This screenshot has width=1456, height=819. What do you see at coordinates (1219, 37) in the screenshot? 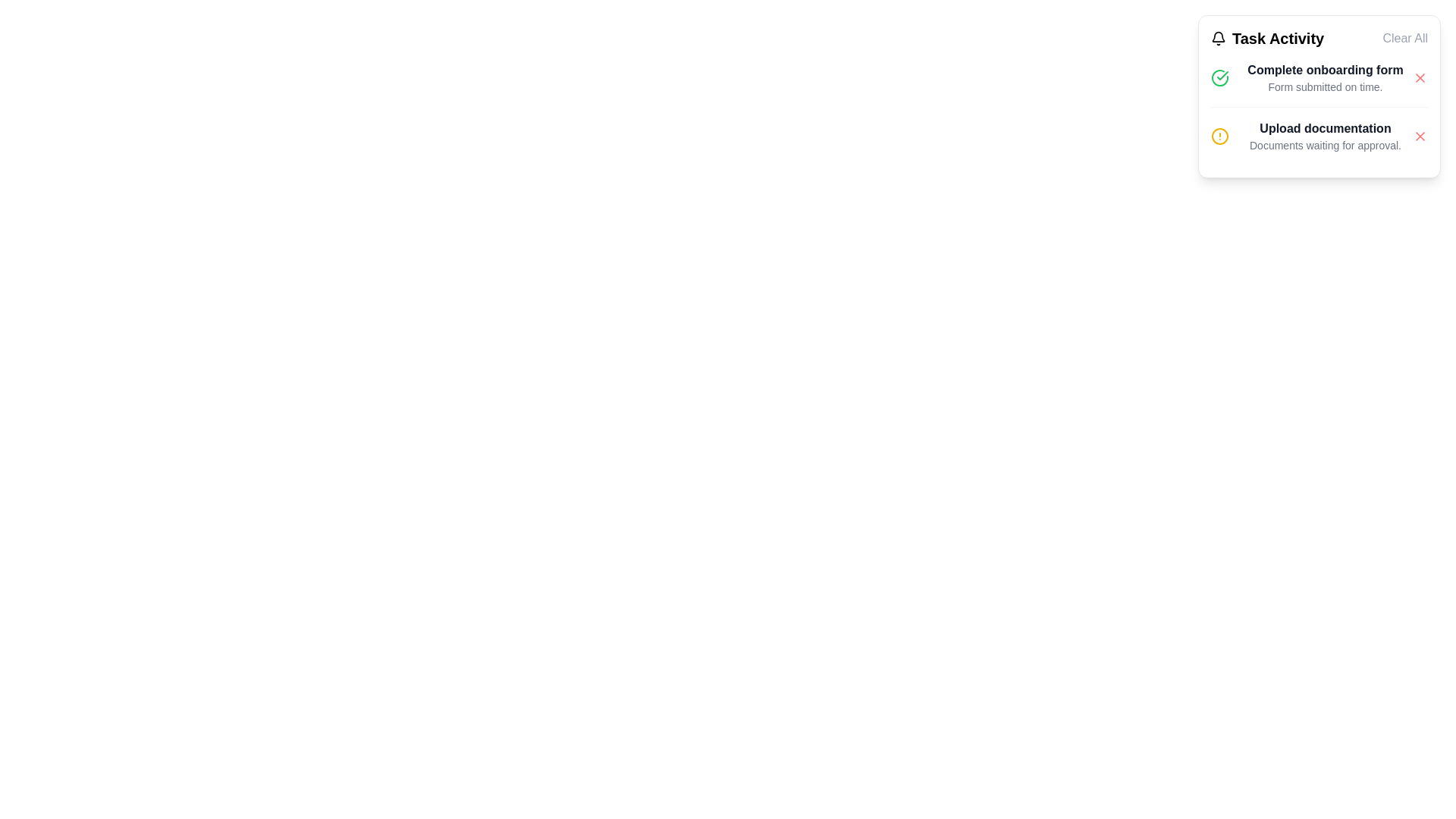
I see `the bell icon representing notifications in the task activity header, located to the left of the 'Task Activity' text` at bounding box center [1219, 37].